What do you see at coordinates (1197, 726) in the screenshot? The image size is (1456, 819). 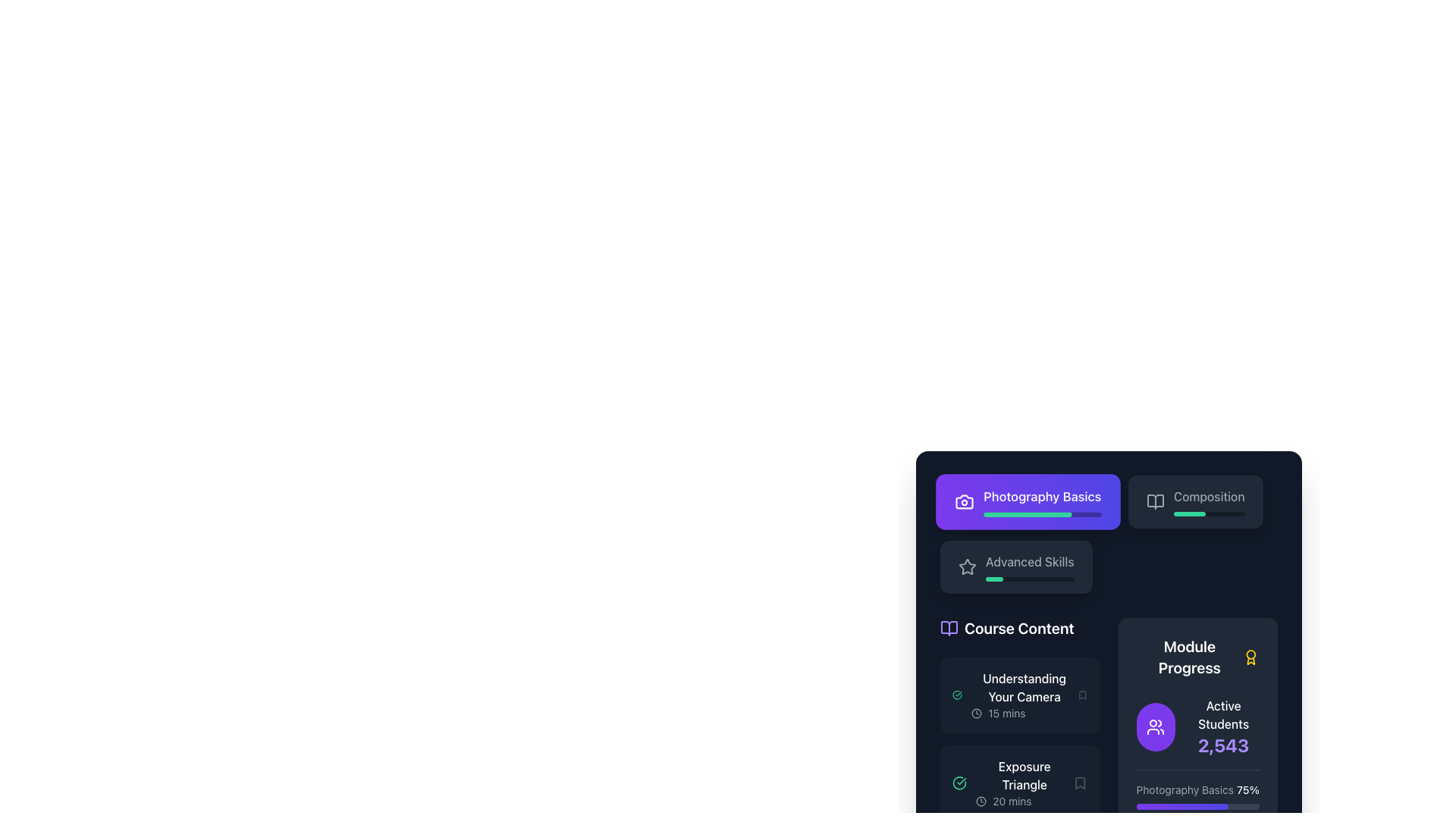 I see `the informational display that shows the number of active students for a course or module, located in the 'Module Progress' section at the top of the vertical list` at bounding box center [1197, 726].